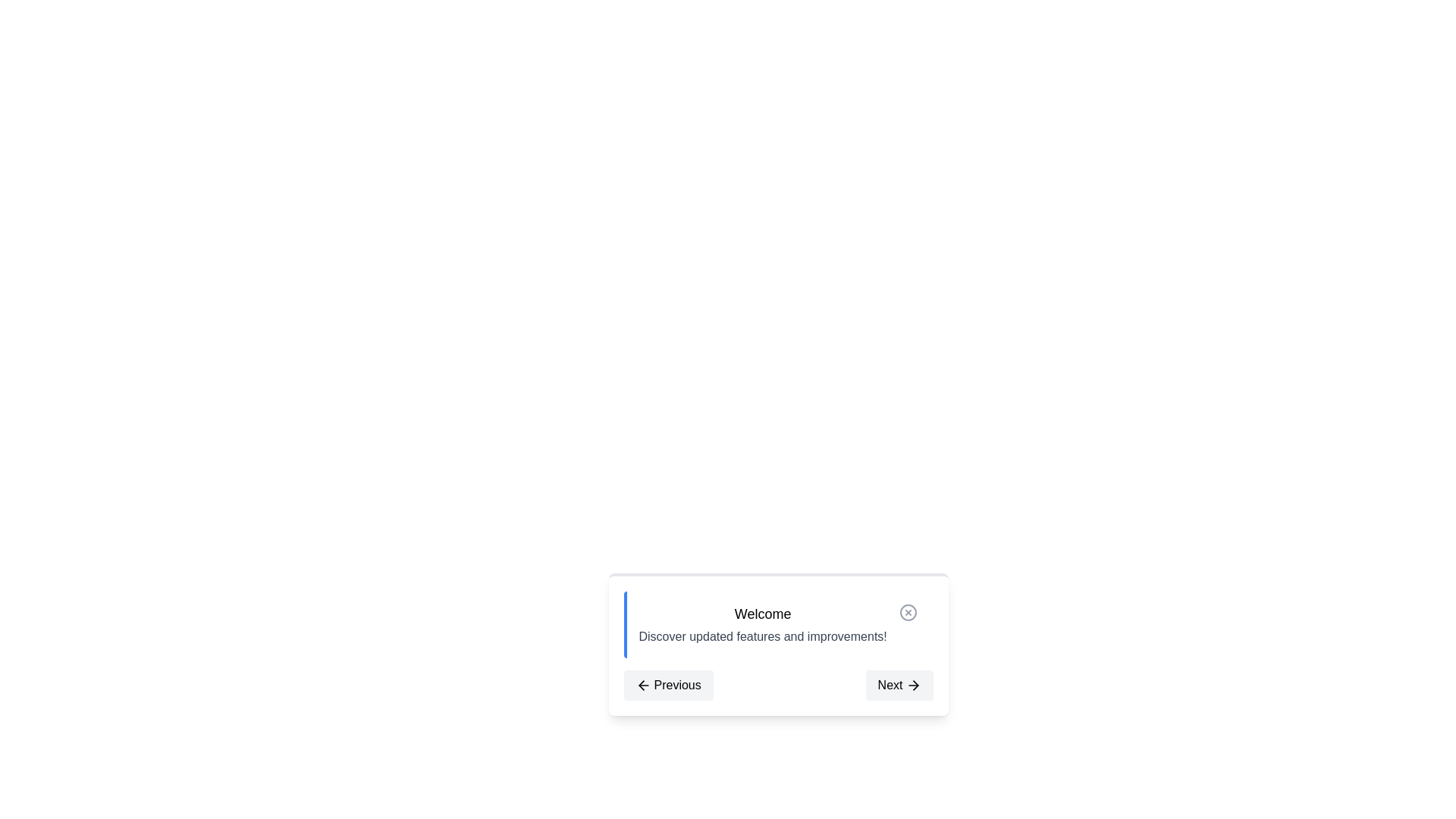 This screenshot has width=1456, height=819. Describe the element at coordinates (763, 637) in the screenshot. I see `the text display element that says 'Discover updated features and improvements!' which is styled in gray and located below the 'Welcome' header within a card-like interface` at that location.